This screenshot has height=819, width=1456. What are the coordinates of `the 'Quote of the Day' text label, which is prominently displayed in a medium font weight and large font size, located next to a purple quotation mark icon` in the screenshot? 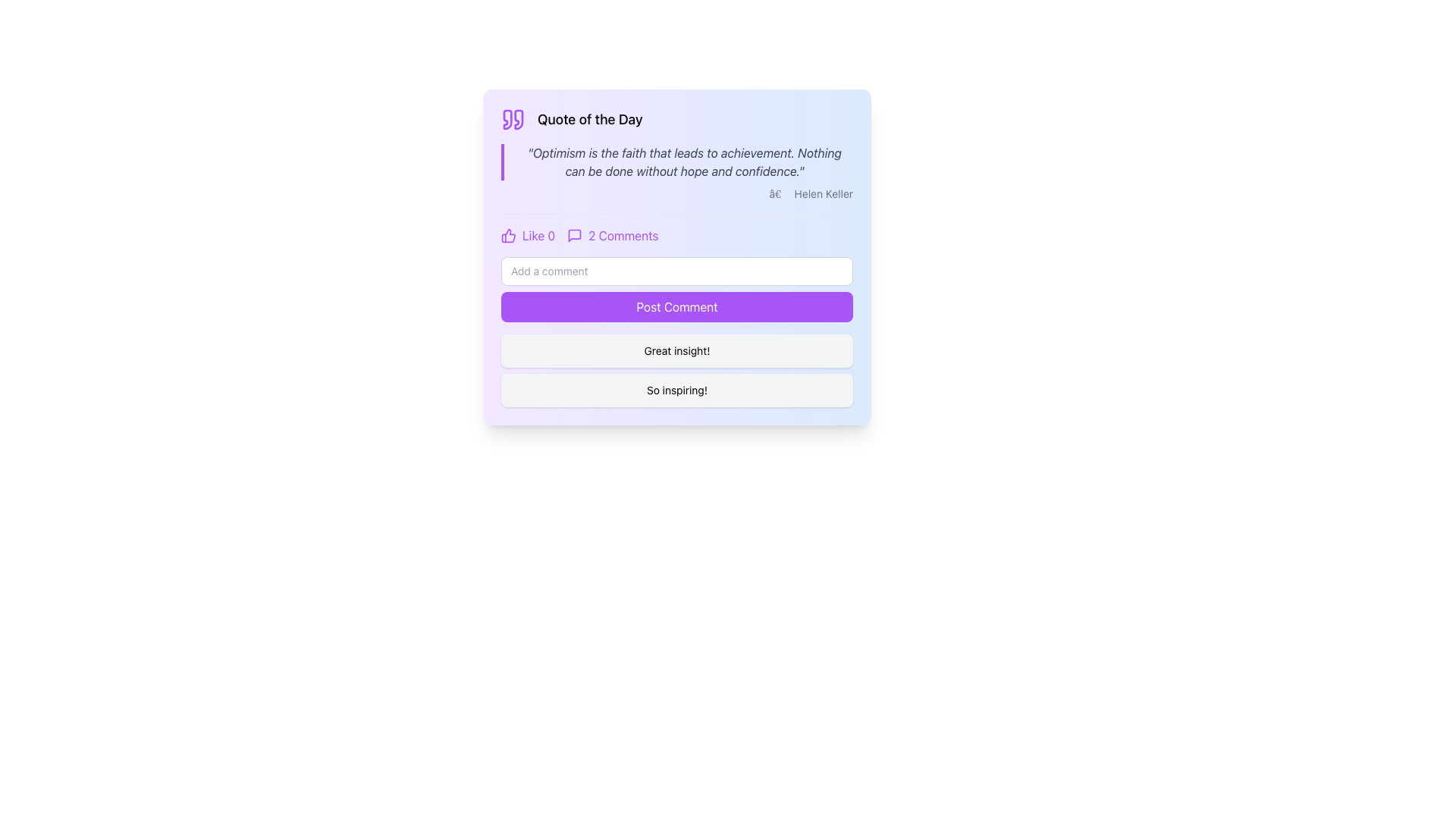 It's located at (589, 119).